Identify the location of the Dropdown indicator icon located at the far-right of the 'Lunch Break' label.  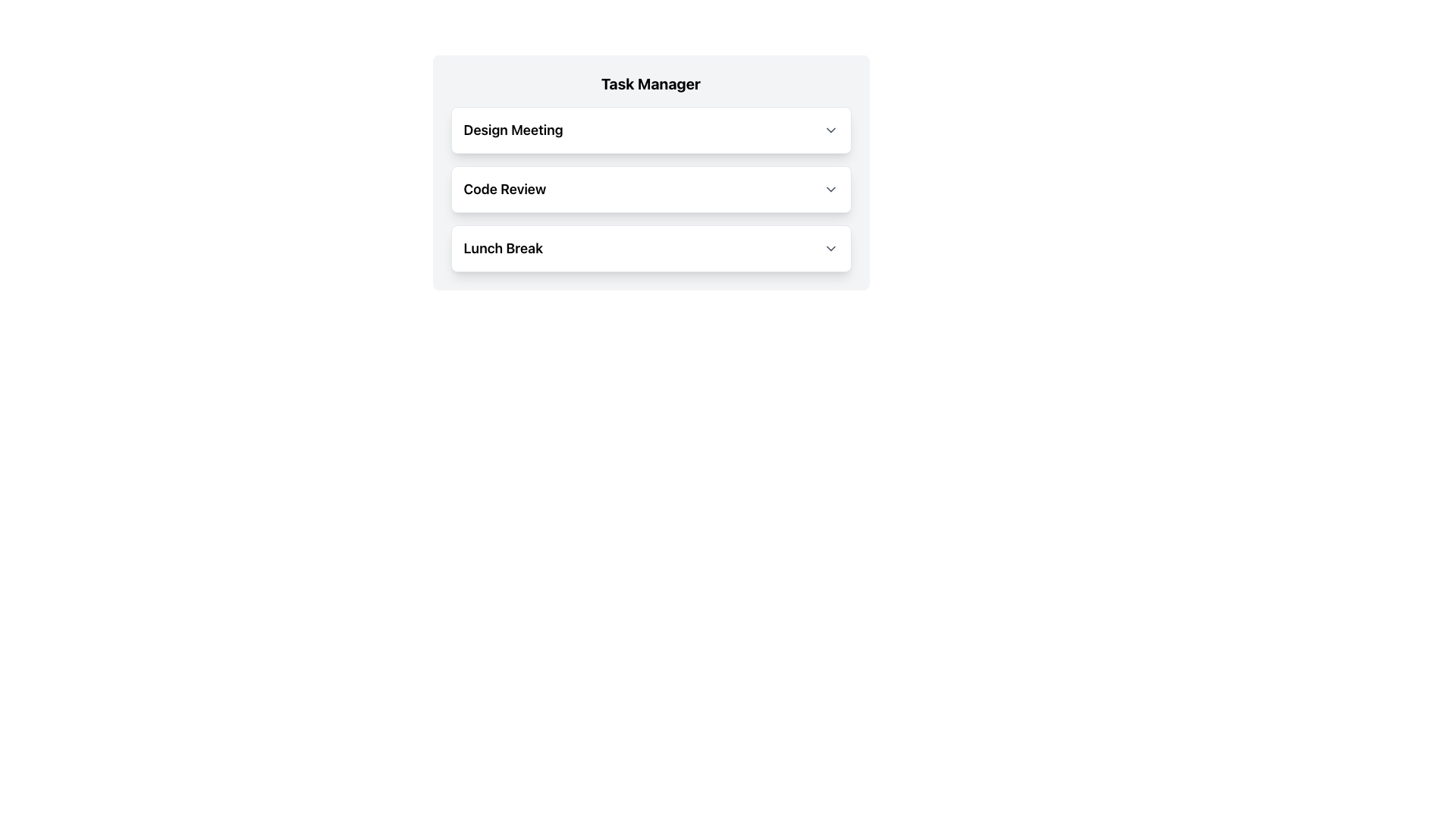
(830, 247).